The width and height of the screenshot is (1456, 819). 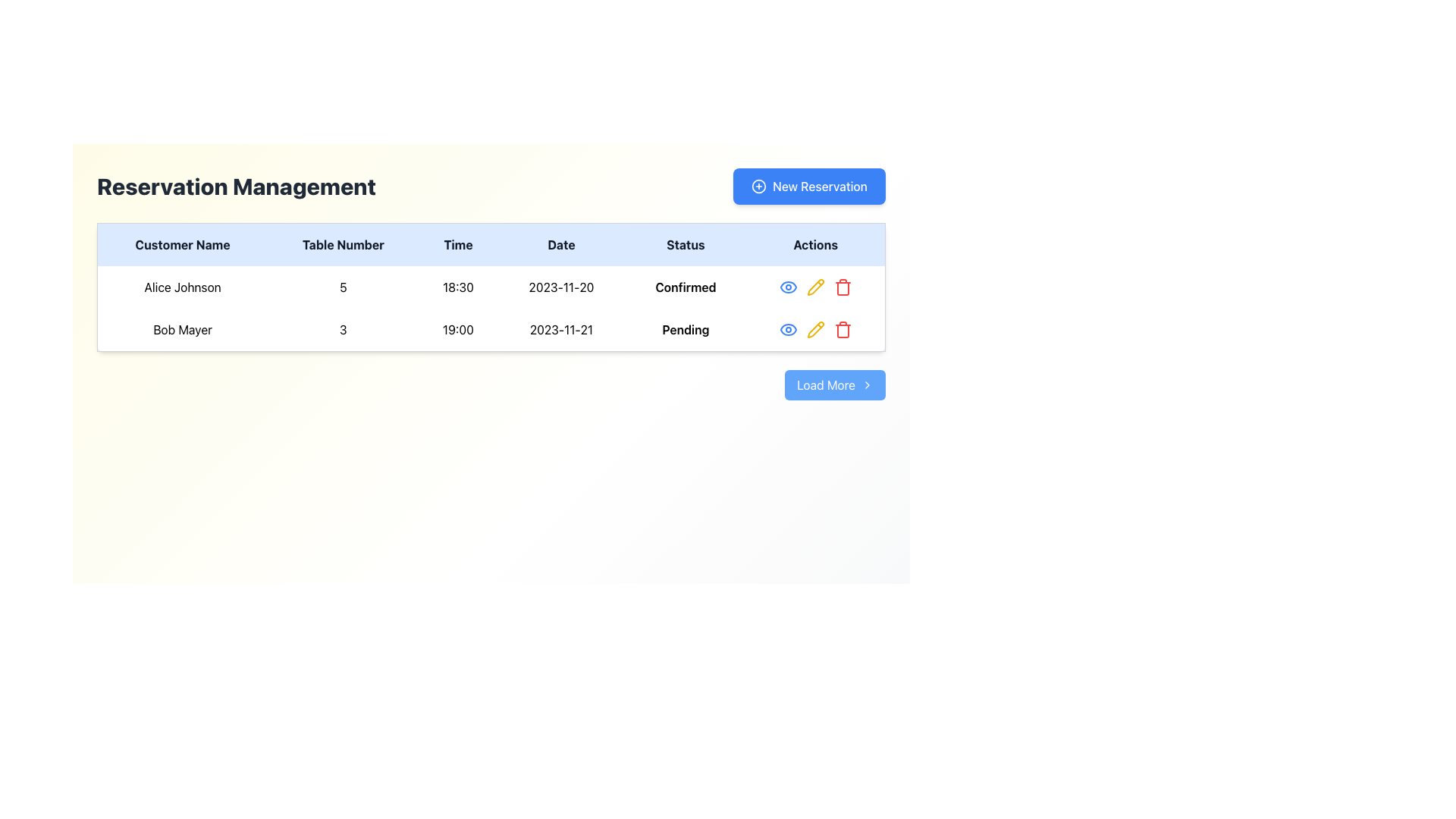 I want to click on the text element displaying the numeric value '5' in the second column of the first row of the table, if it is enabled, so click(x=342, y=287).